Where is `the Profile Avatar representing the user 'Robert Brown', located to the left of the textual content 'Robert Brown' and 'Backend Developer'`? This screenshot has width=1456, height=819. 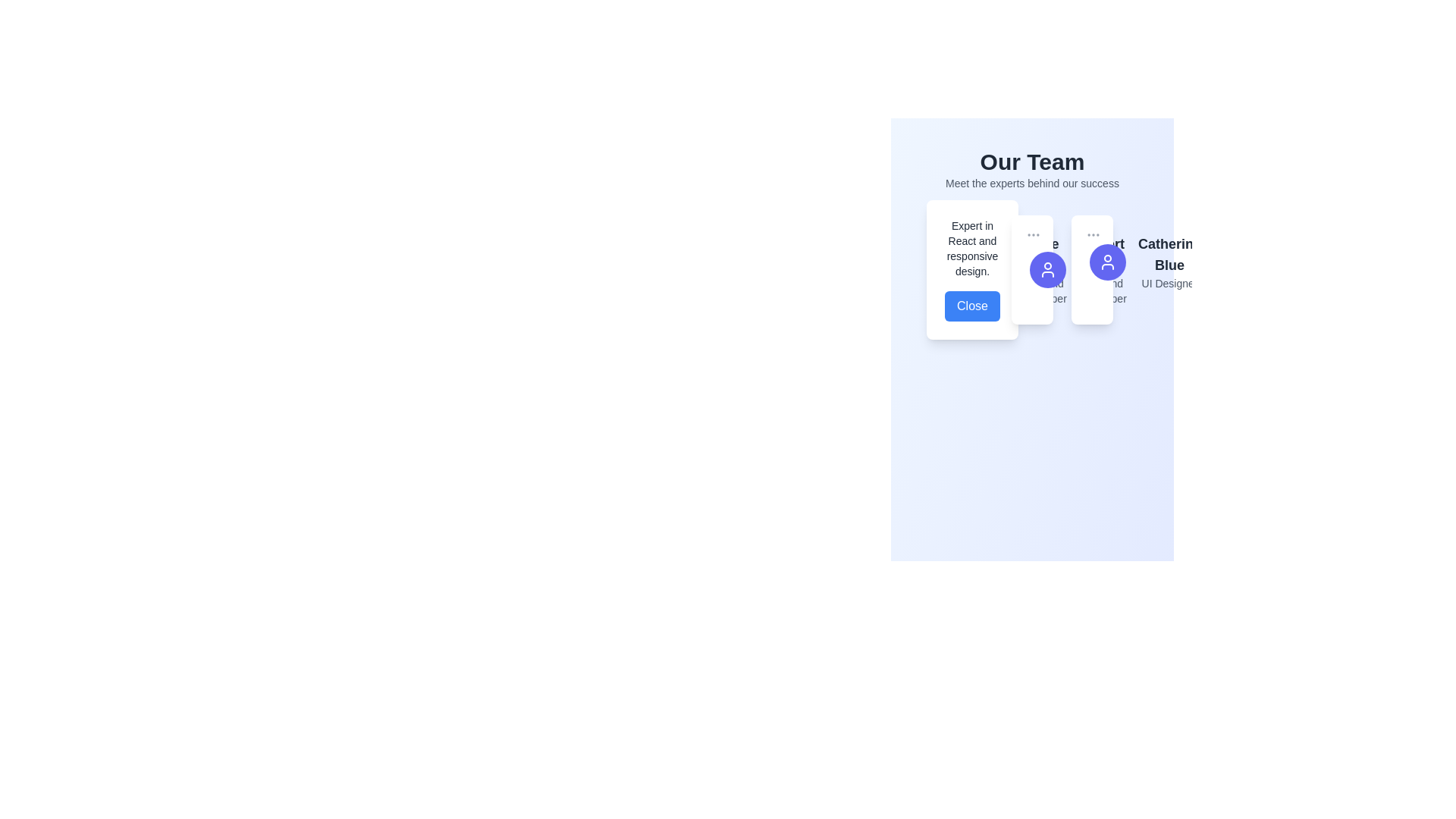
the Profile Avatar representing the user 'Robert Brown', located to the left of the textual content 'Robert Brown' and 'Backend Developer' is located at coordinates (1047, 268).